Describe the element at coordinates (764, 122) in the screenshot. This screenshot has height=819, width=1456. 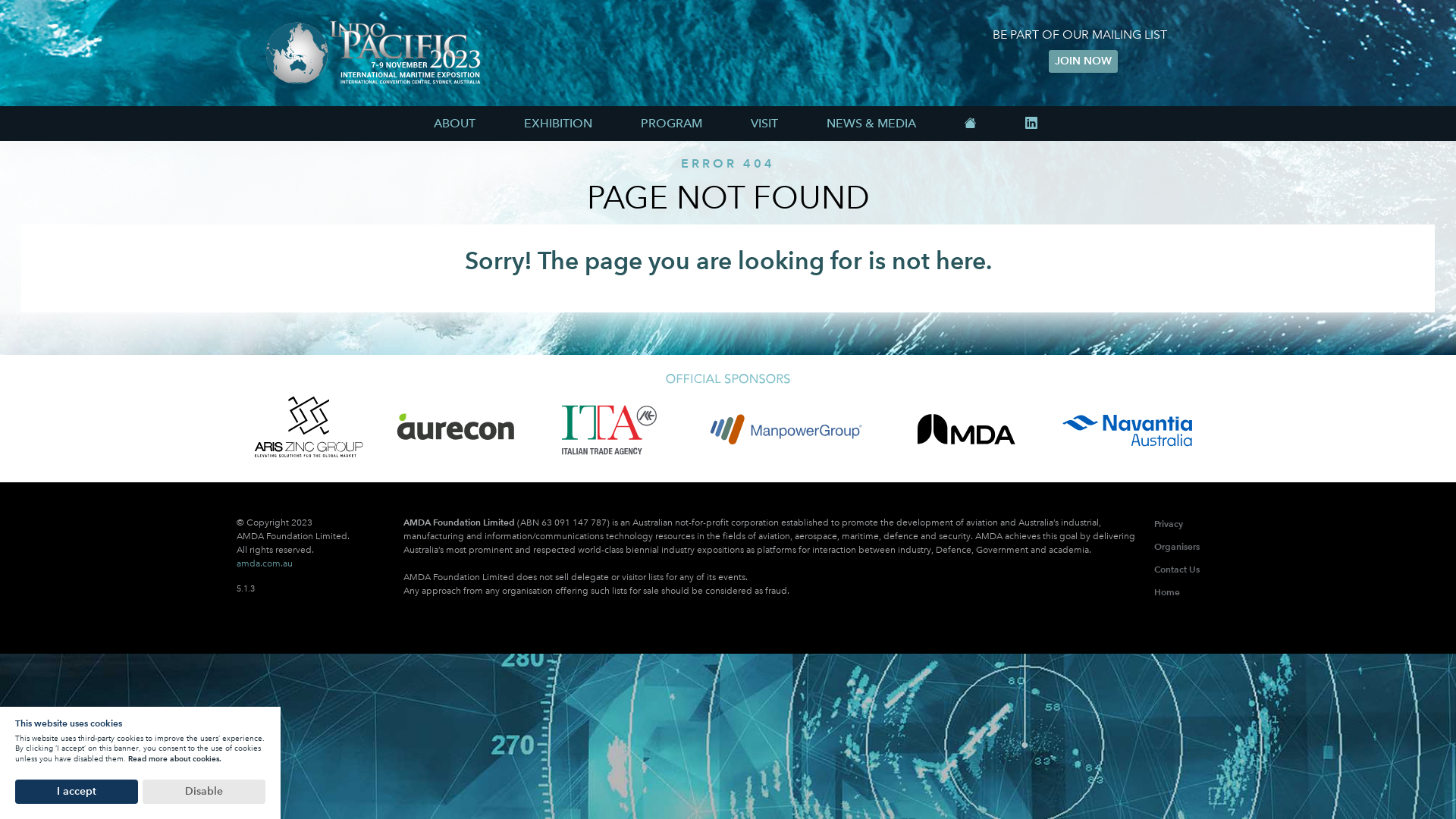
I see `'VISIT'` at that location.